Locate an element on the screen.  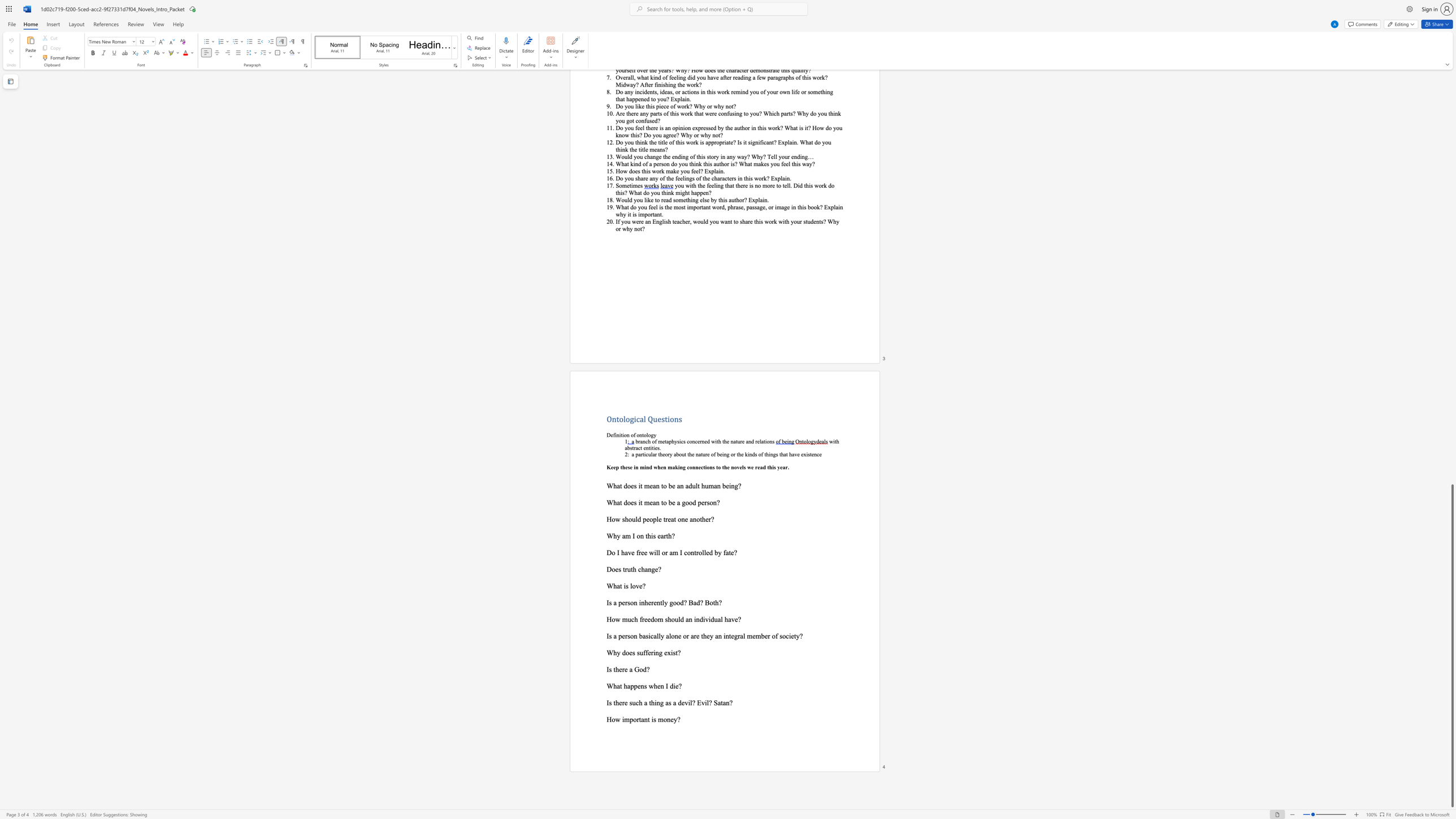
the 2th character "v" in the text is located at coordinates (702, 702).